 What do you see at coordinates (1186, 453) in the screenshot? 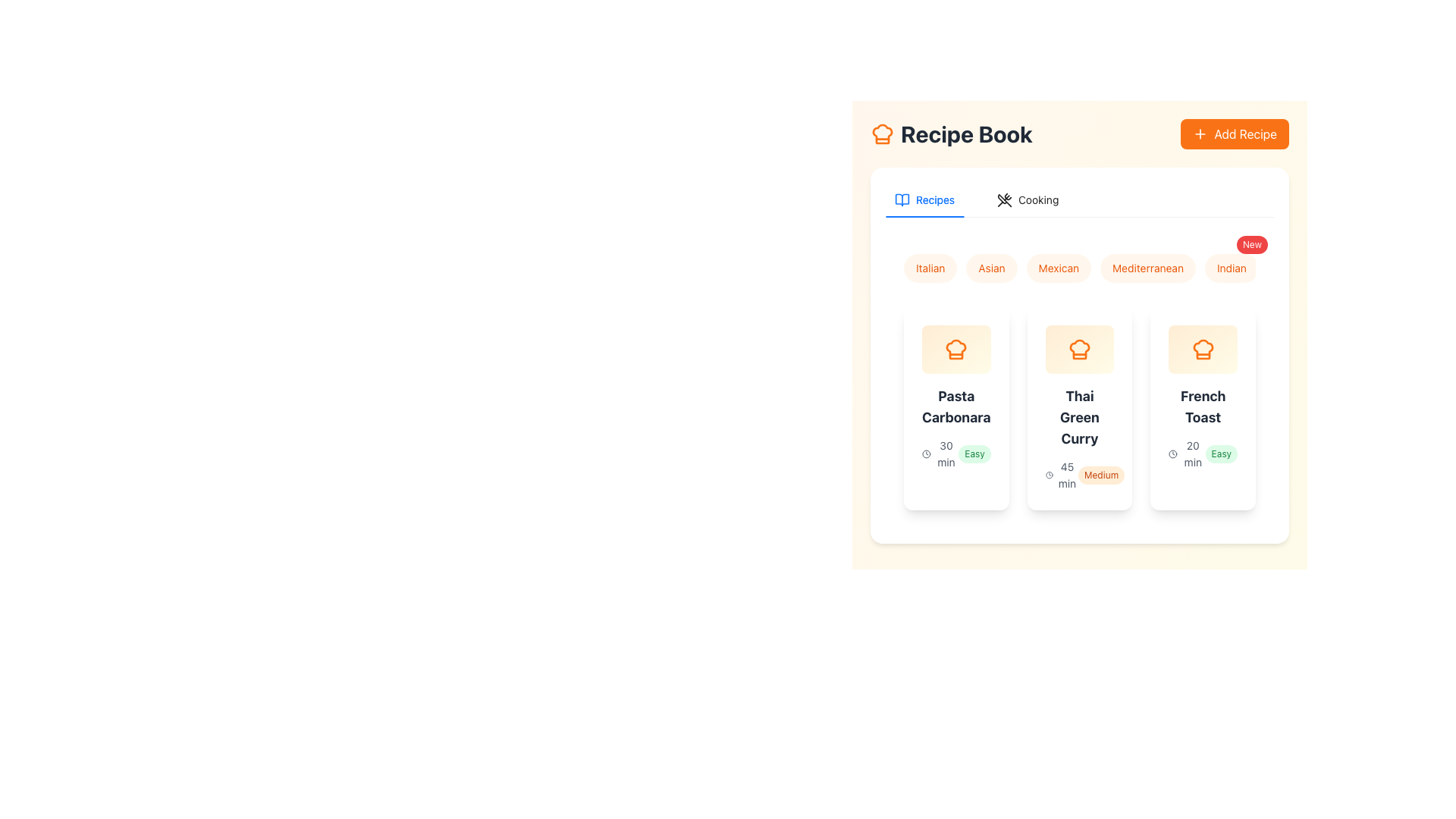
I see `informational label indicating the preparation time for the recipe 'French Toast', located at the bottom left of the 'French Toast' card, to the left of the 'Easy' label` at bounding box center [1186, 453].